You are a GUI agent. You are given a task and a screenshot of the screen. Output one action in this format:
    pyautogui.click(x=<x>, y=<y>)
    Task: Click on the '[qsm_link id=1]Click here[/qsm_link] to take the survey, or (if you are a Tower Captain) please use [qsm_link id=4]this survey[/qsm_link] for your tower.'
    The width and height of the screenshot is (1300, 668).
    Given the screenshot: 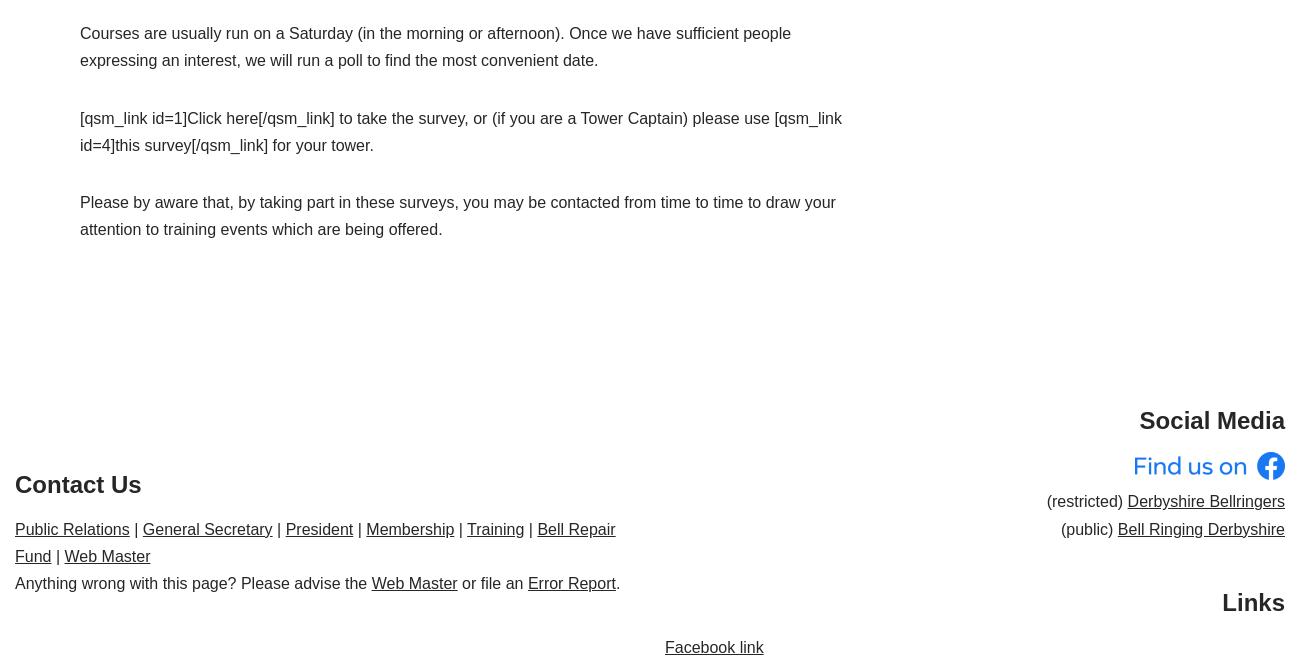 What is the action you would take?
    pyautogui.click(x=459, y=129)
    